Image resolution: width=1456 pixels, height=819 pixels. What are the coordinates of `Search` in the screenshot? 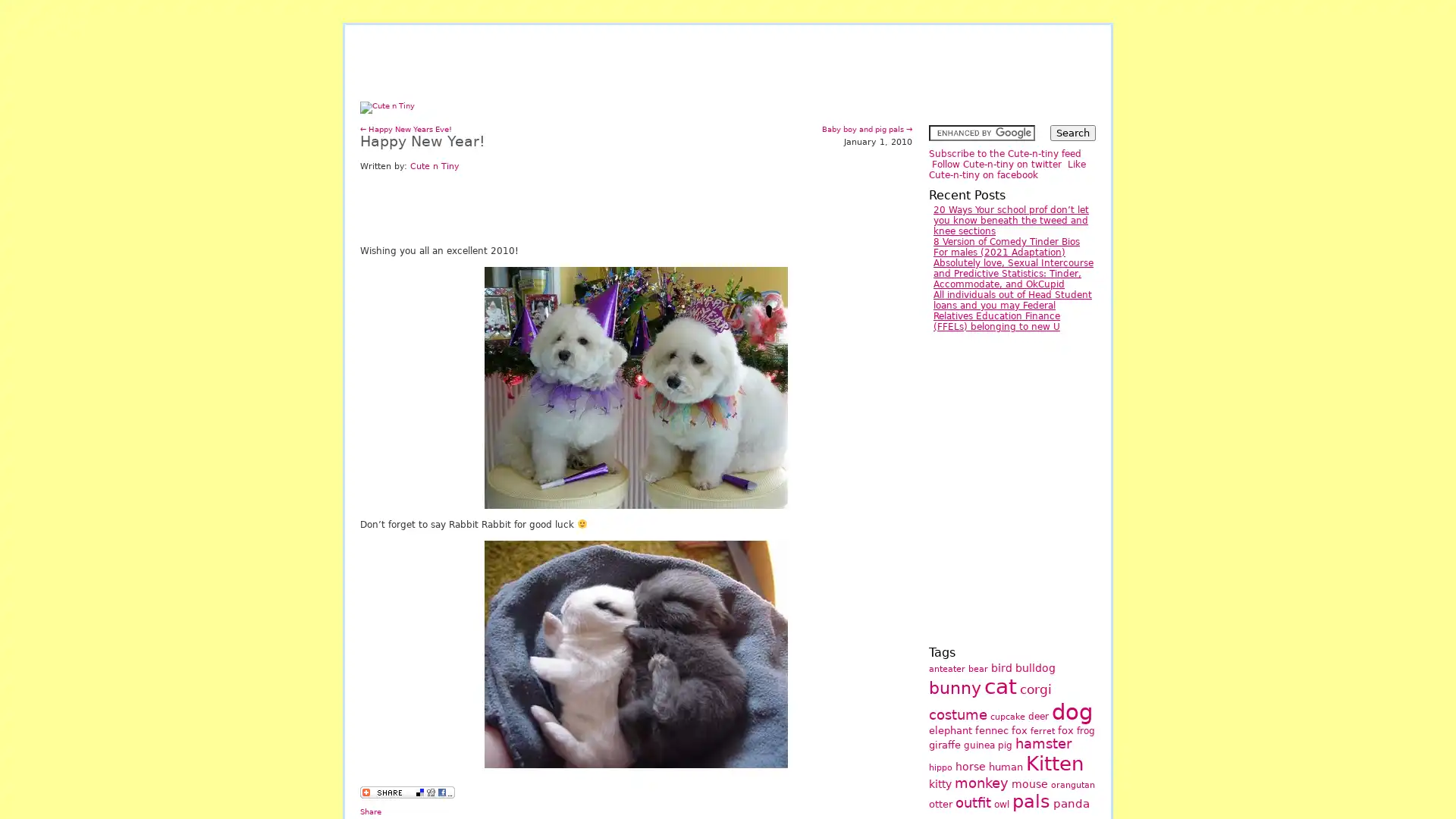 It's located at (1072, 132).